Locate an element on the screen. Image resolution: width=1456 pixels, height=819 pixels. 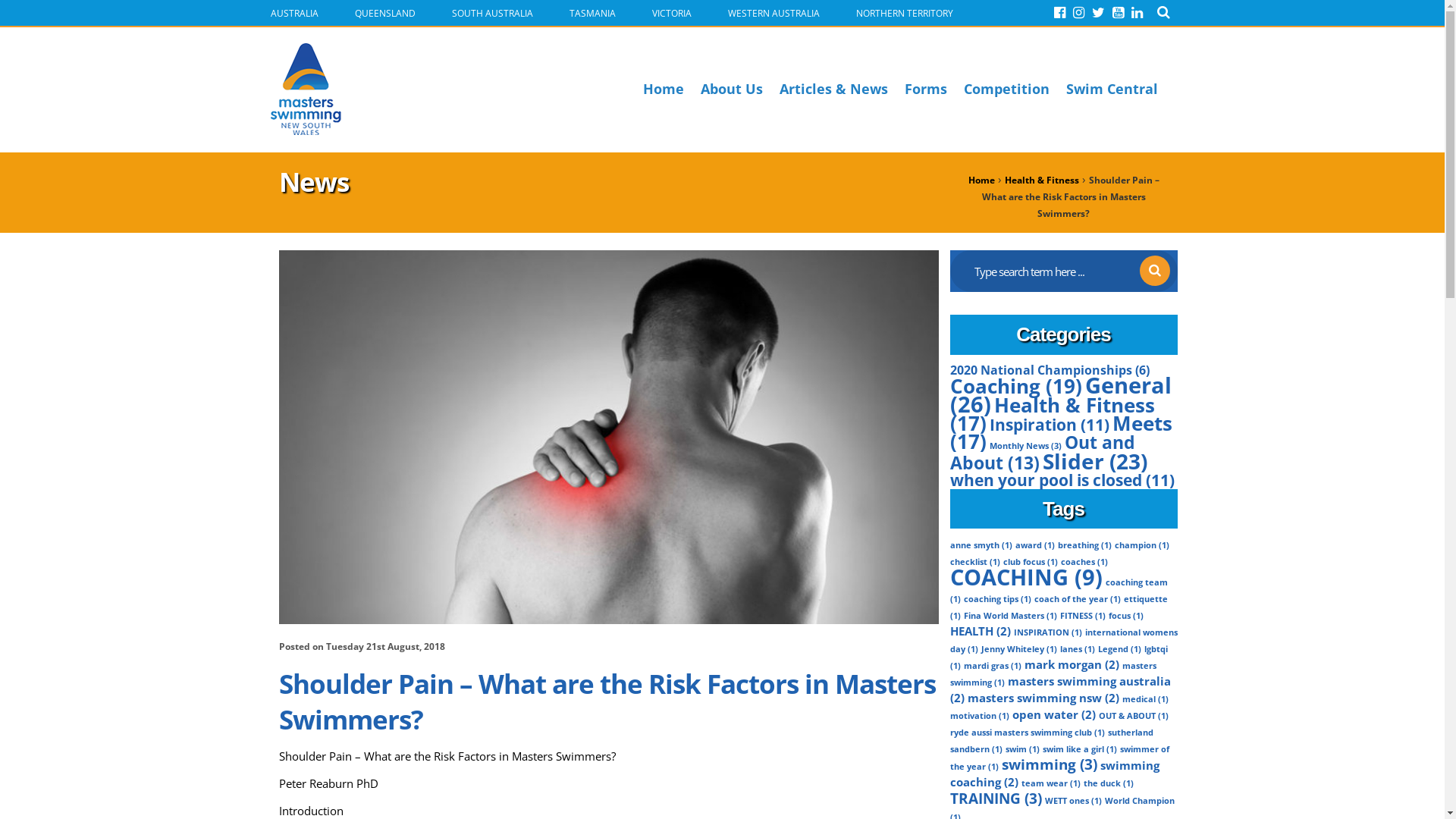
'COACHING (9)' is located at coordinates (1025, 576).